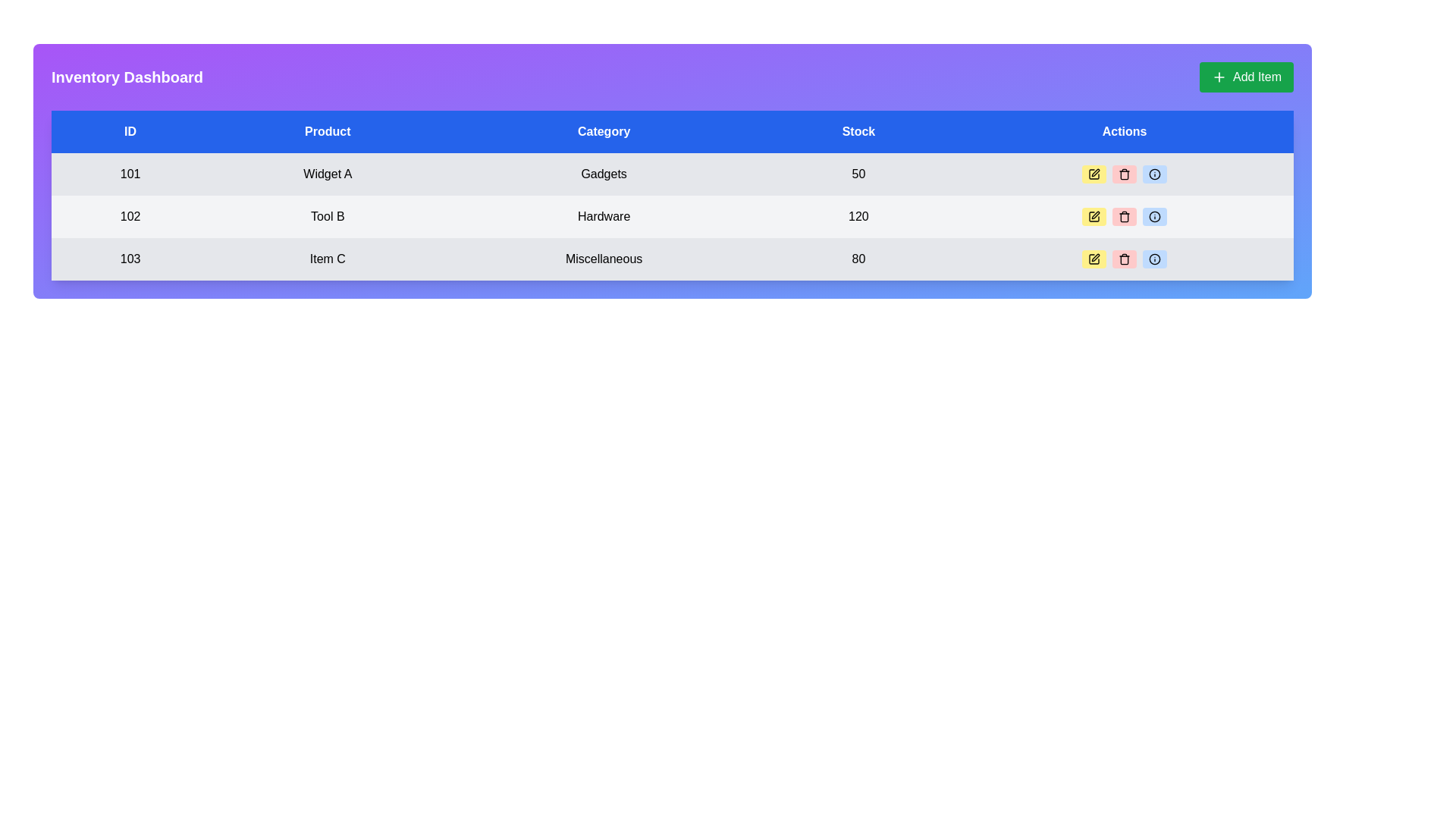 The height and width of the screenshot is (819, 1456). What do you see at coordinates (1094, 259) in the screenshot?
I see `the small yellow pen icon in the 'Actions' column for the third row associated with 'Item C'` at bounding box center [1094, 259].